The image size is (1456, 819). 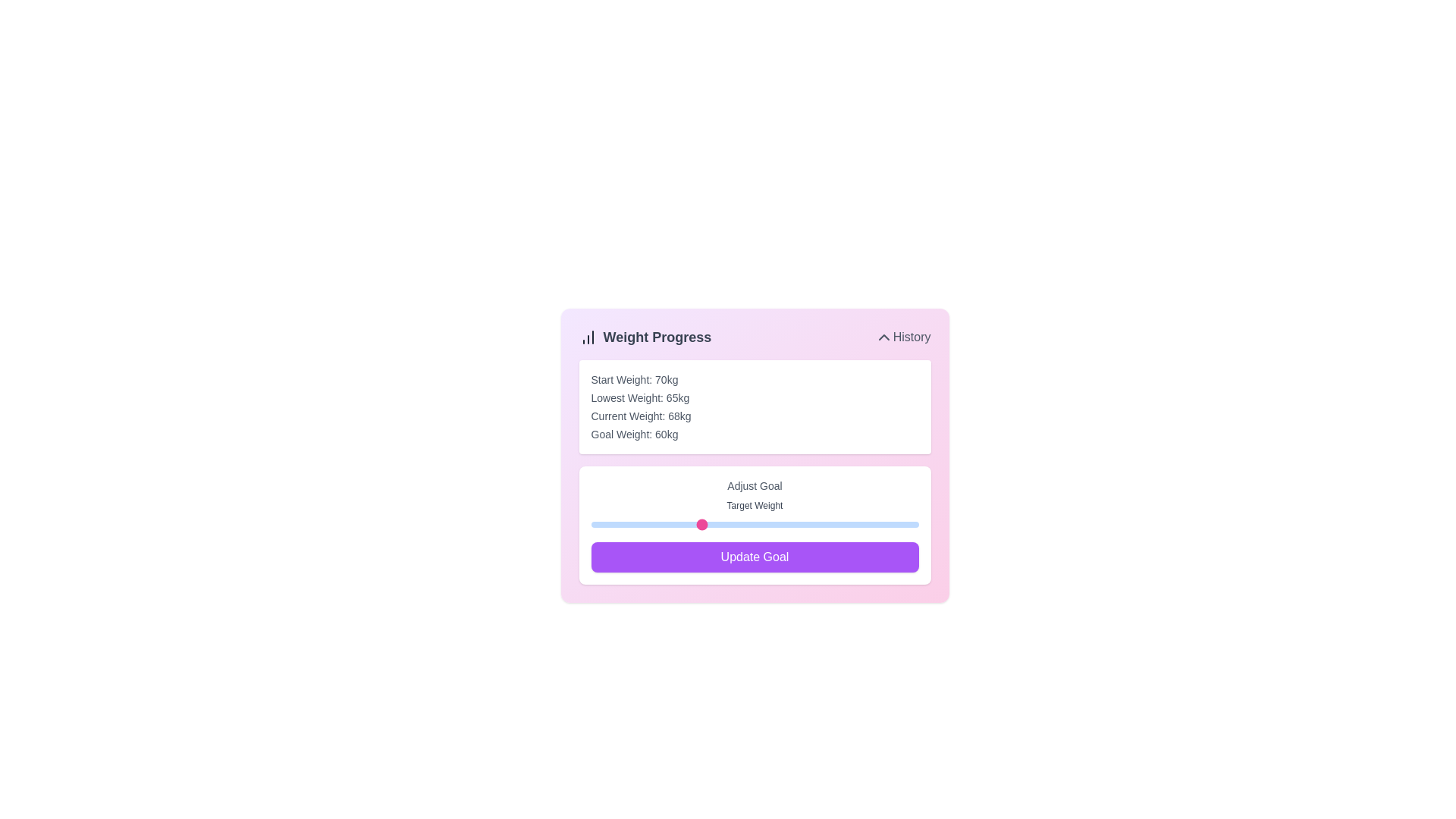 I want to click on the goal weight slider to 68 kg, so click(x=787, y=523).